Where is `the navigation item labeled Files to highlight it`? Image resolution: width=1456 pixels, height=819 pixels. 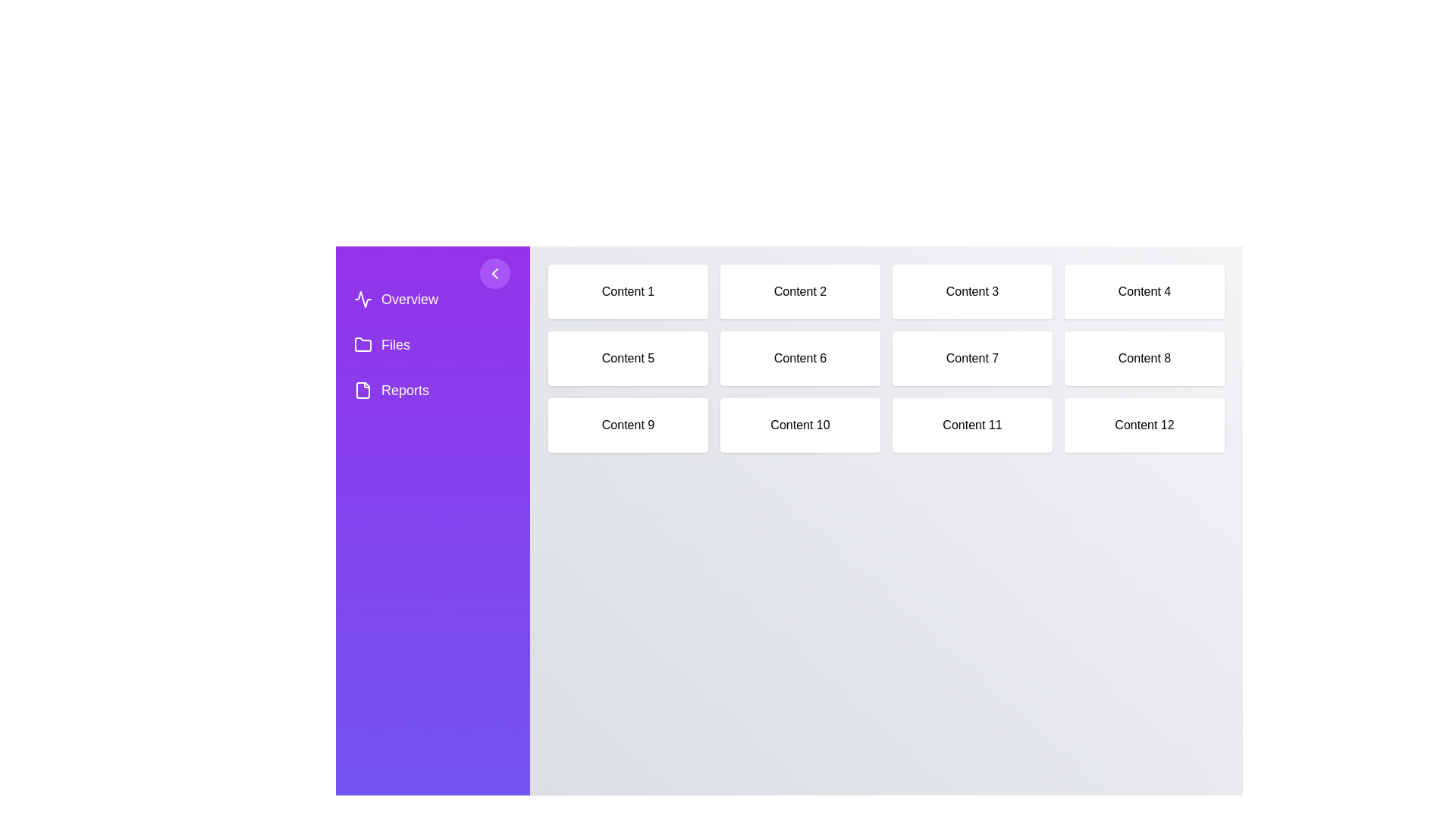 the navigation item labeled Files to highlight it is located at coordinates (432, 345).